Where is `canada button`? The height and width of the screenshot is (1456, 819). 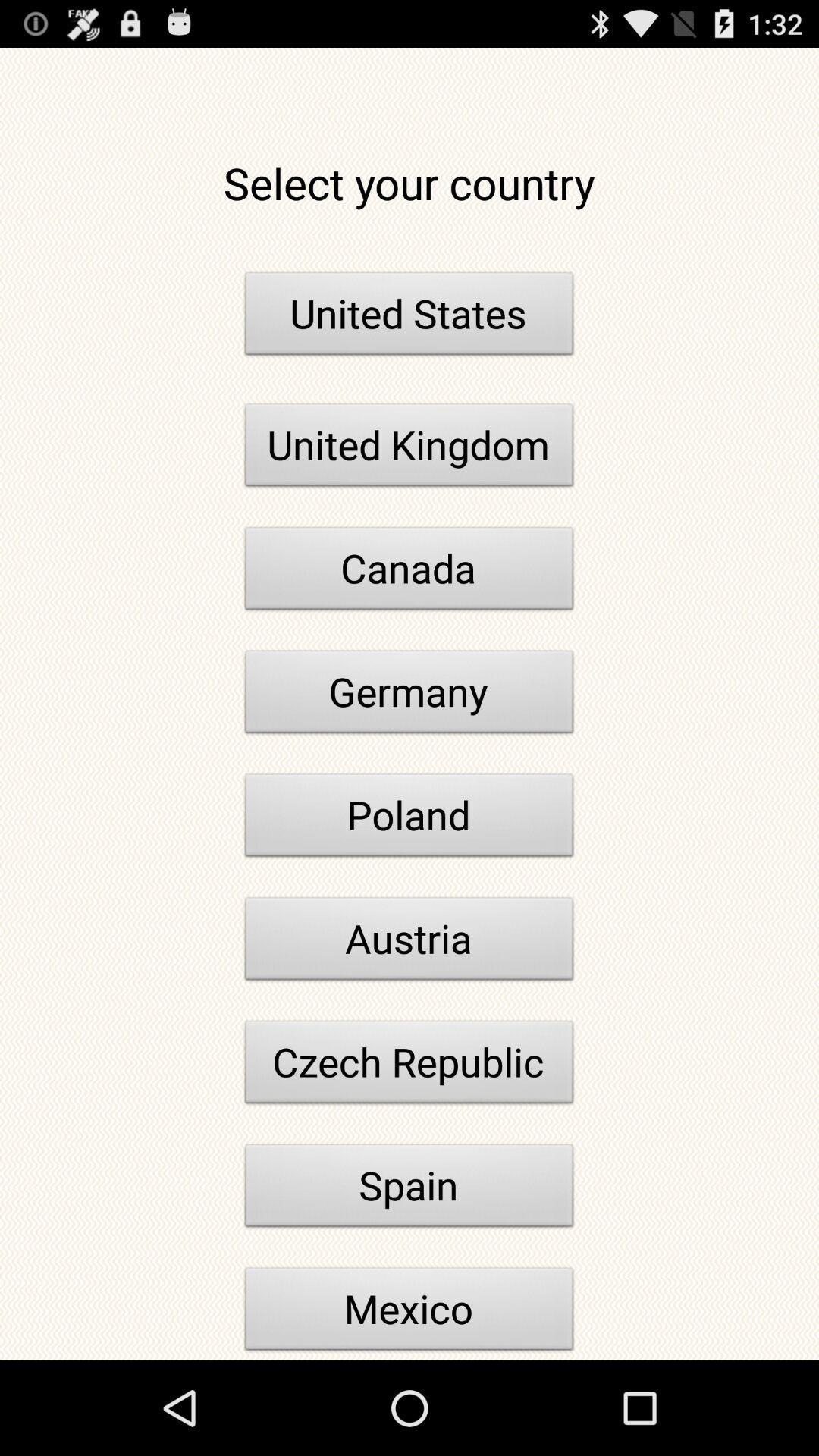 canada button is located at coordinates (409, 572).